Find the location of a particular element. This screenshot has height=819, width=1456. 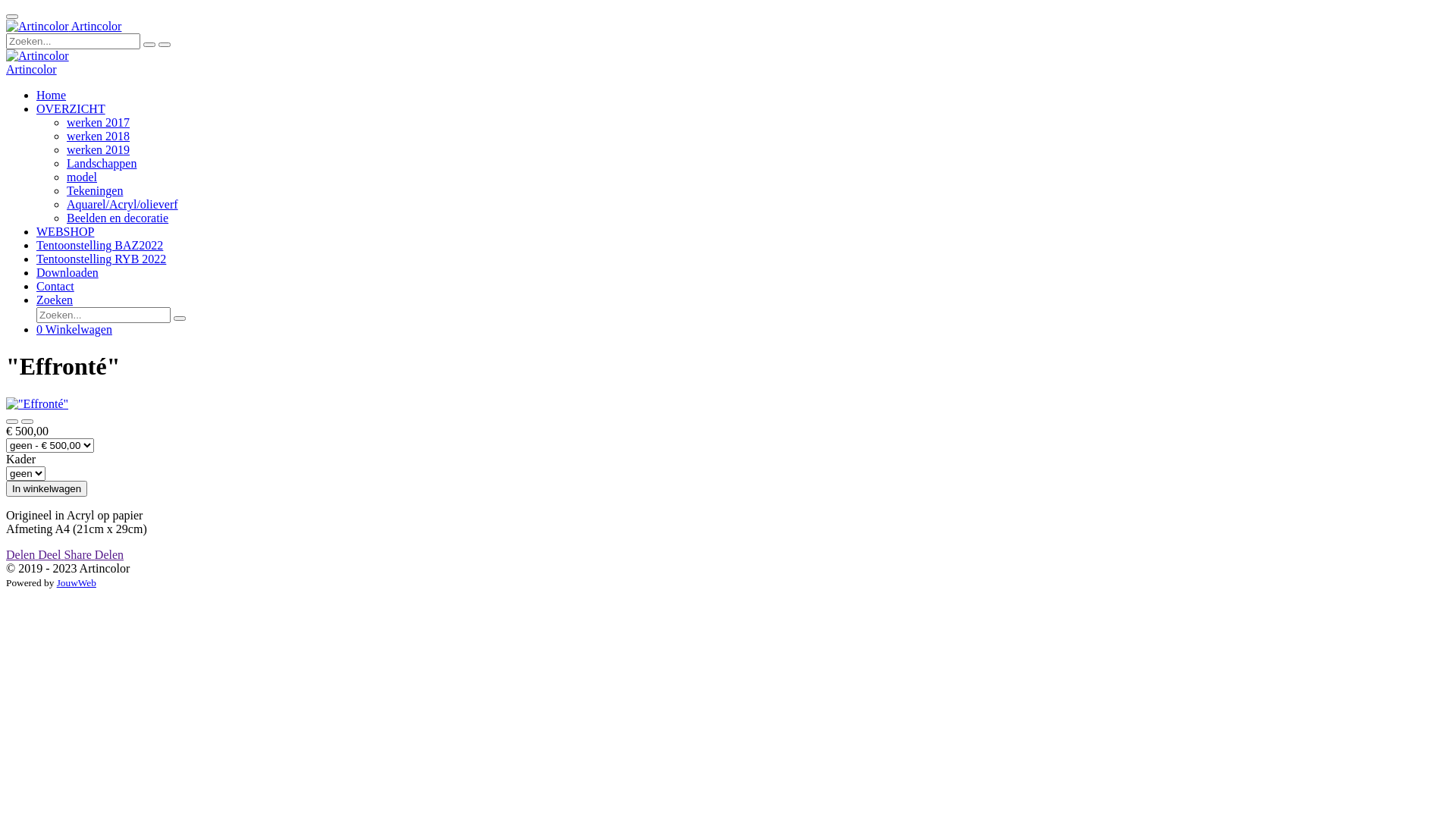

'Home' is located at coordinates (51, 95).